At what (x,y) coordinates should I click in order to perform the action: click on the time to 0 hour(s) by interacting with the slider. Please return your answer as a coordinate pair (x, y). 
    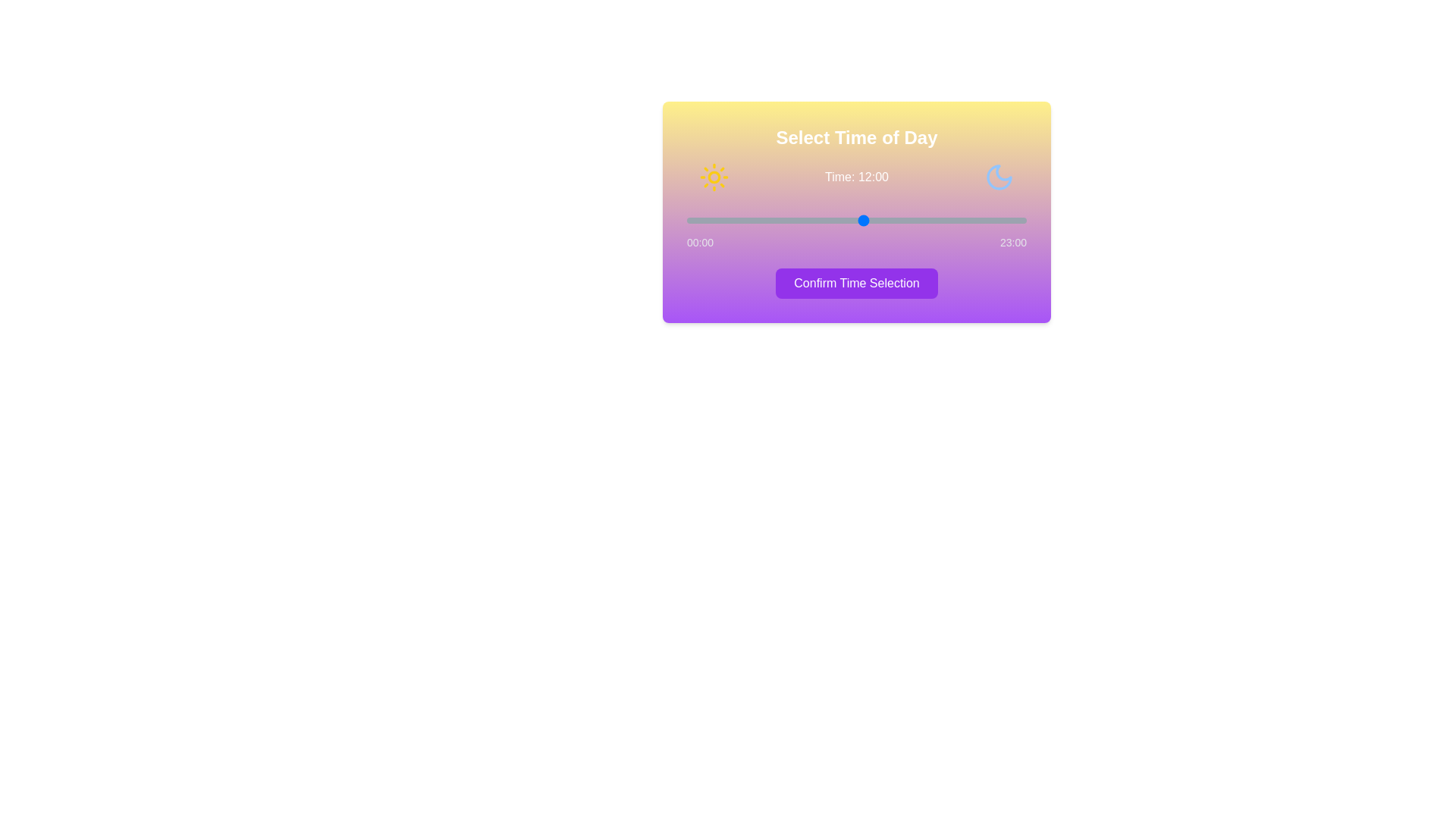
    Looking at the image, I should click on (686, 220).